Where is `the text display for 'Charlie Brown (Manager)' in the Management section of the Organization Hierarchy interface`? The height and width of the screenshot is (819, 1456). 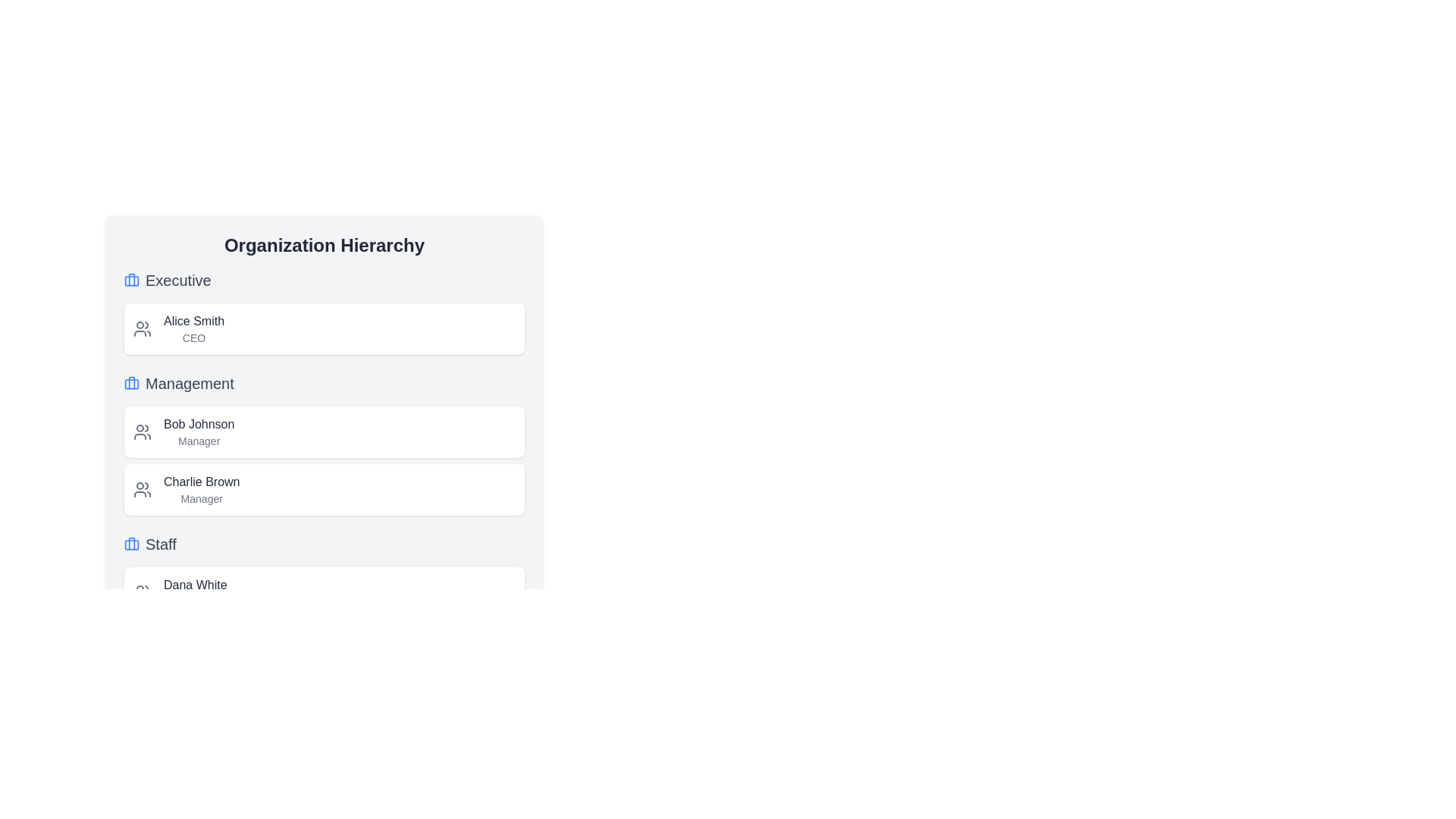
the text display for 'Charlie Brown (Manager)' in the Management section of the Organization Hierarchy interface is located at coordinates (201, 489).